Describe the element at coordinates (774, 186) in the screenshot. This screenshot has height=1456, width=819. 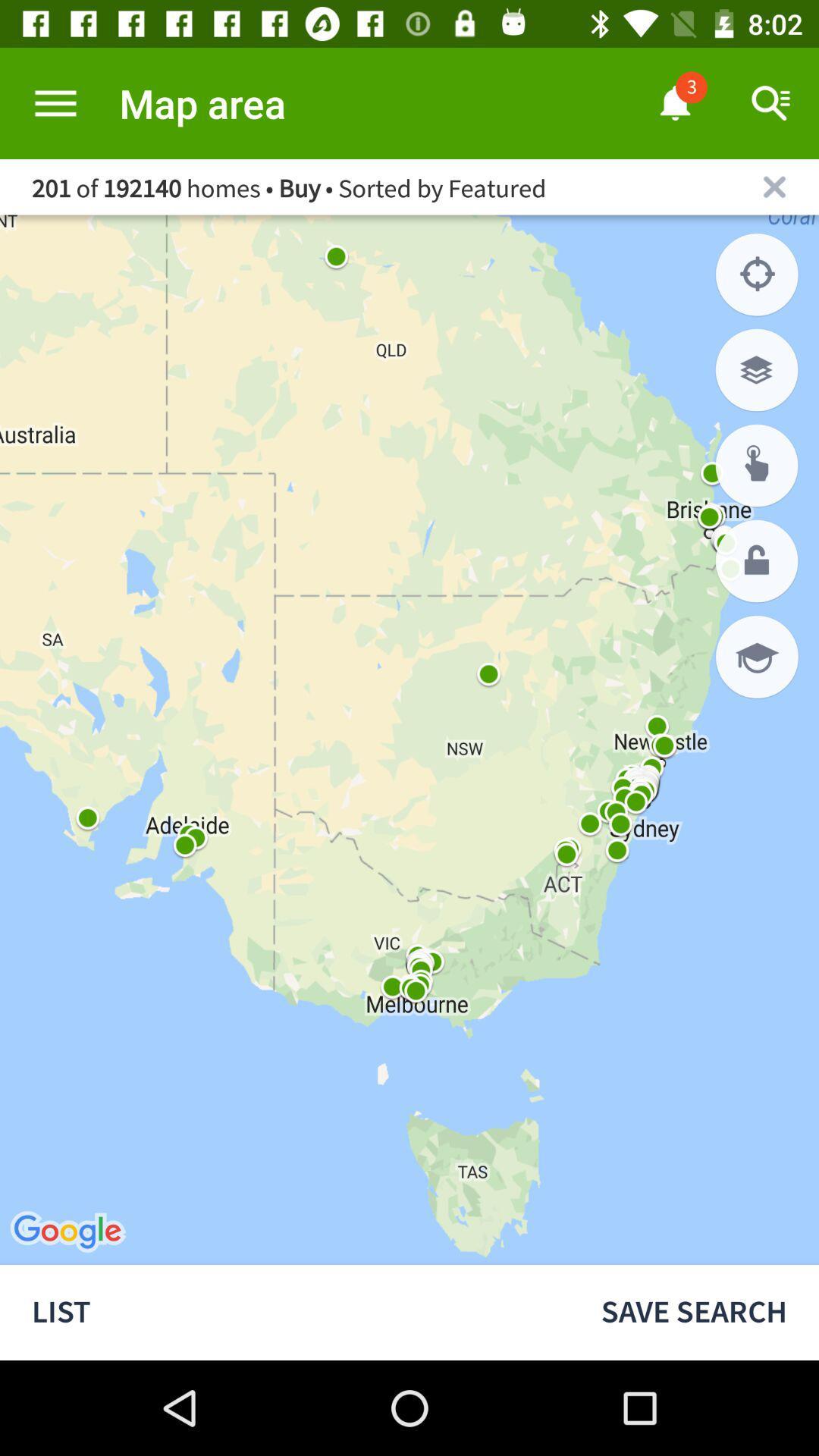
I see `delete the input` at that location.